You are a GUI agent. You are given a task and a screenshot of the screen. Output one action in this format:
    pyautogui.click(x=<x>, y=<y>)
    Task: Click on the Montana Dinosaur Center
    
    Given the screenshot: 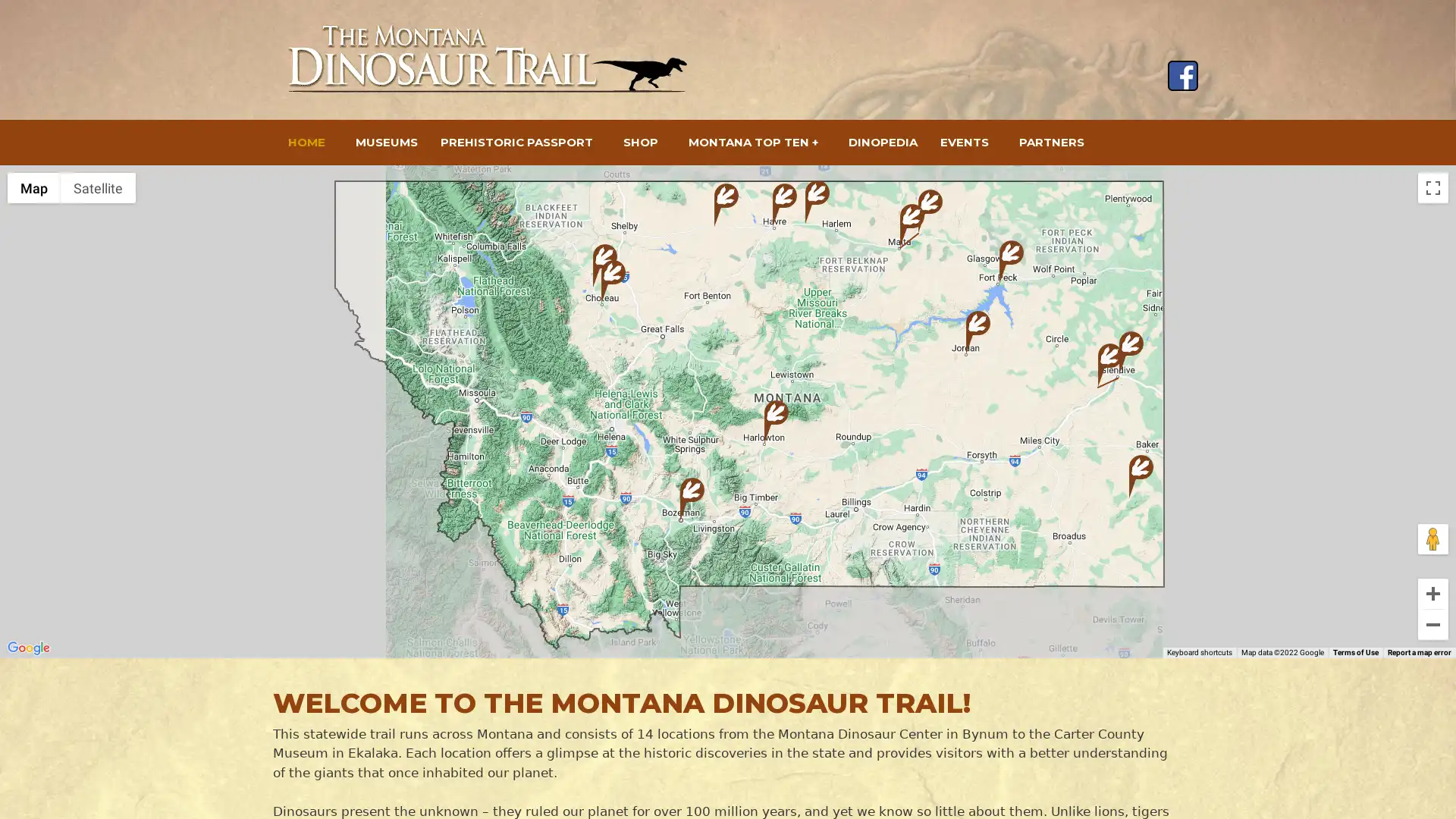 What is the action you would take?
    pyautogui.click(x=604, y=265)
    